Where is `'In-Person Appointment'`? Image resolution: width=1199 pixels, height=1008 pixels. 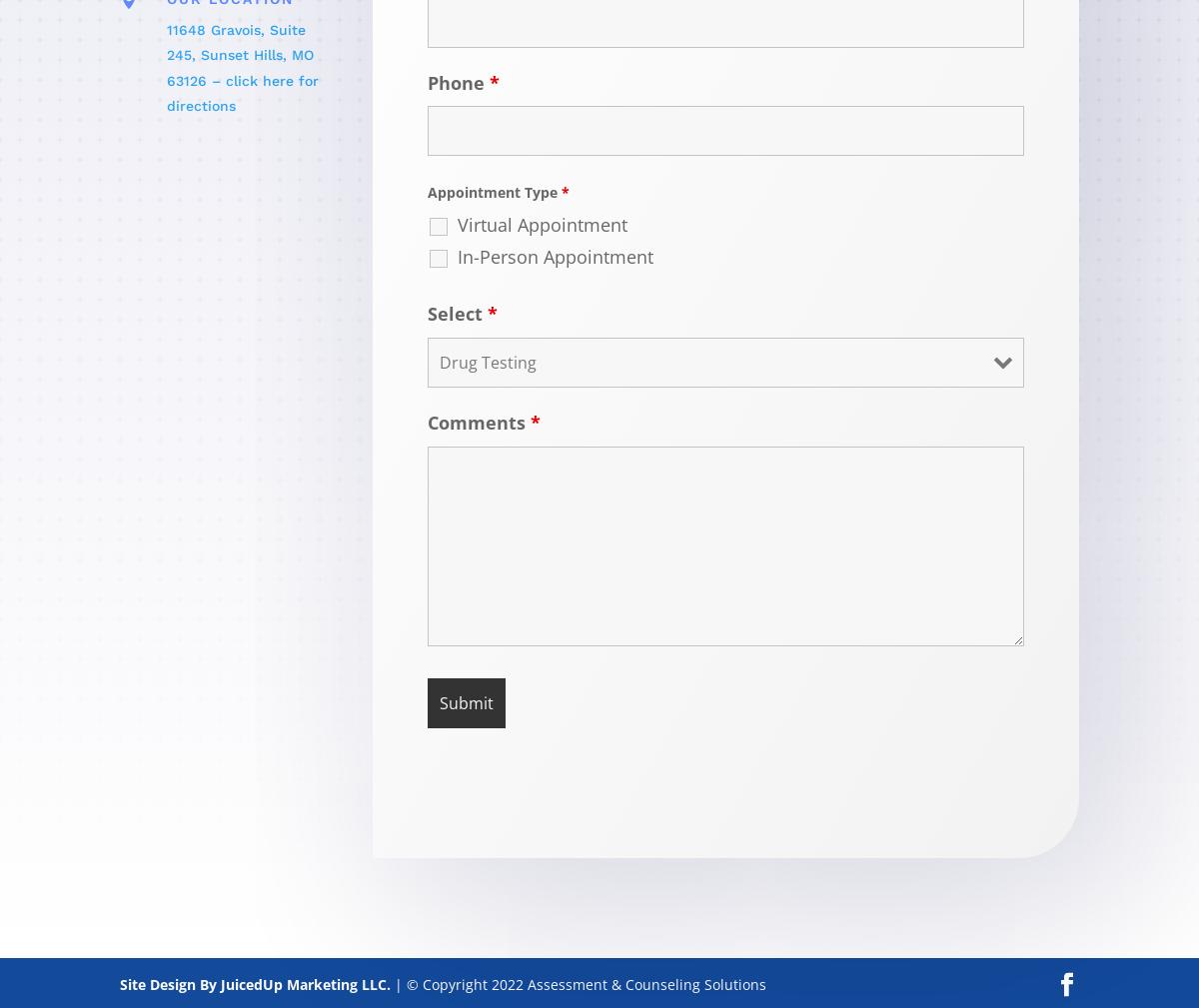 'In-Person Appointment' is located at coordinates (554, 255).